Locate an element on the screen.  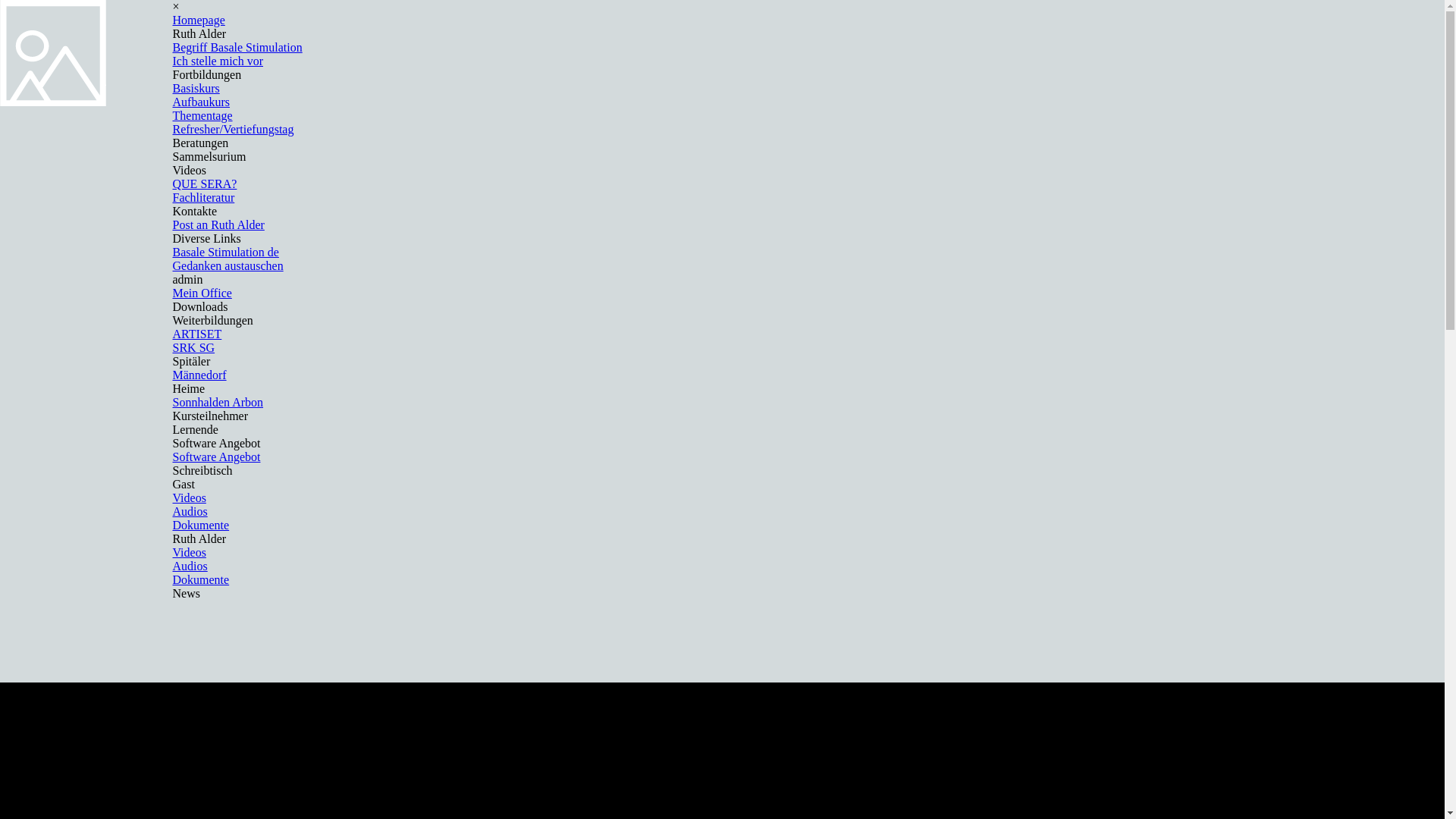
'SRK SG' is located at coordinates (193, 347).